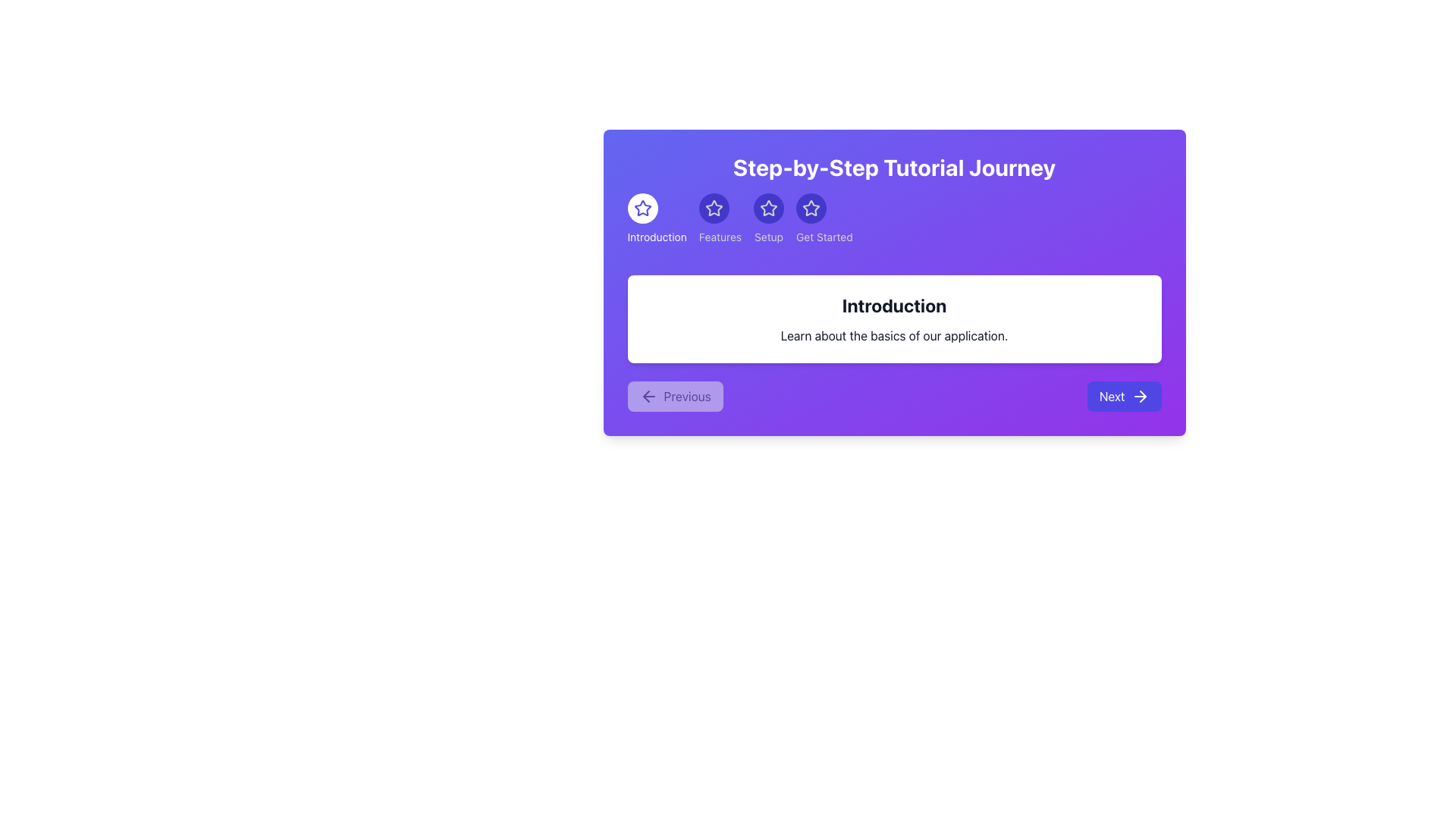 This screenshot has width=1456, height=819. Describe the element at coordinates (1143, 396) in the screenshot. I see `the Arrow Icon located at the far right side of the 'Next' button` at that location.